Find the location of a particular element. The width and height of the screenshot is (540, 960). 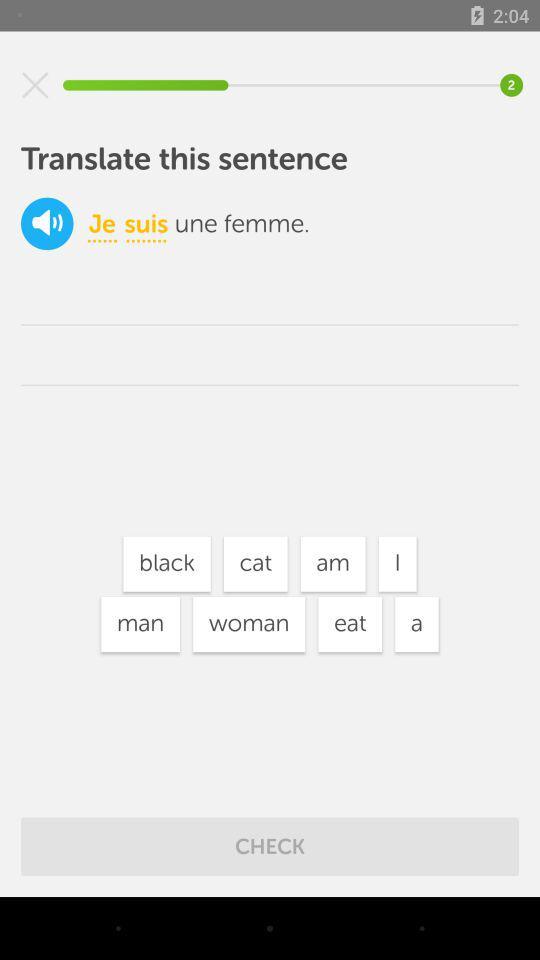

the star icon is located at coordinates (35, 85).